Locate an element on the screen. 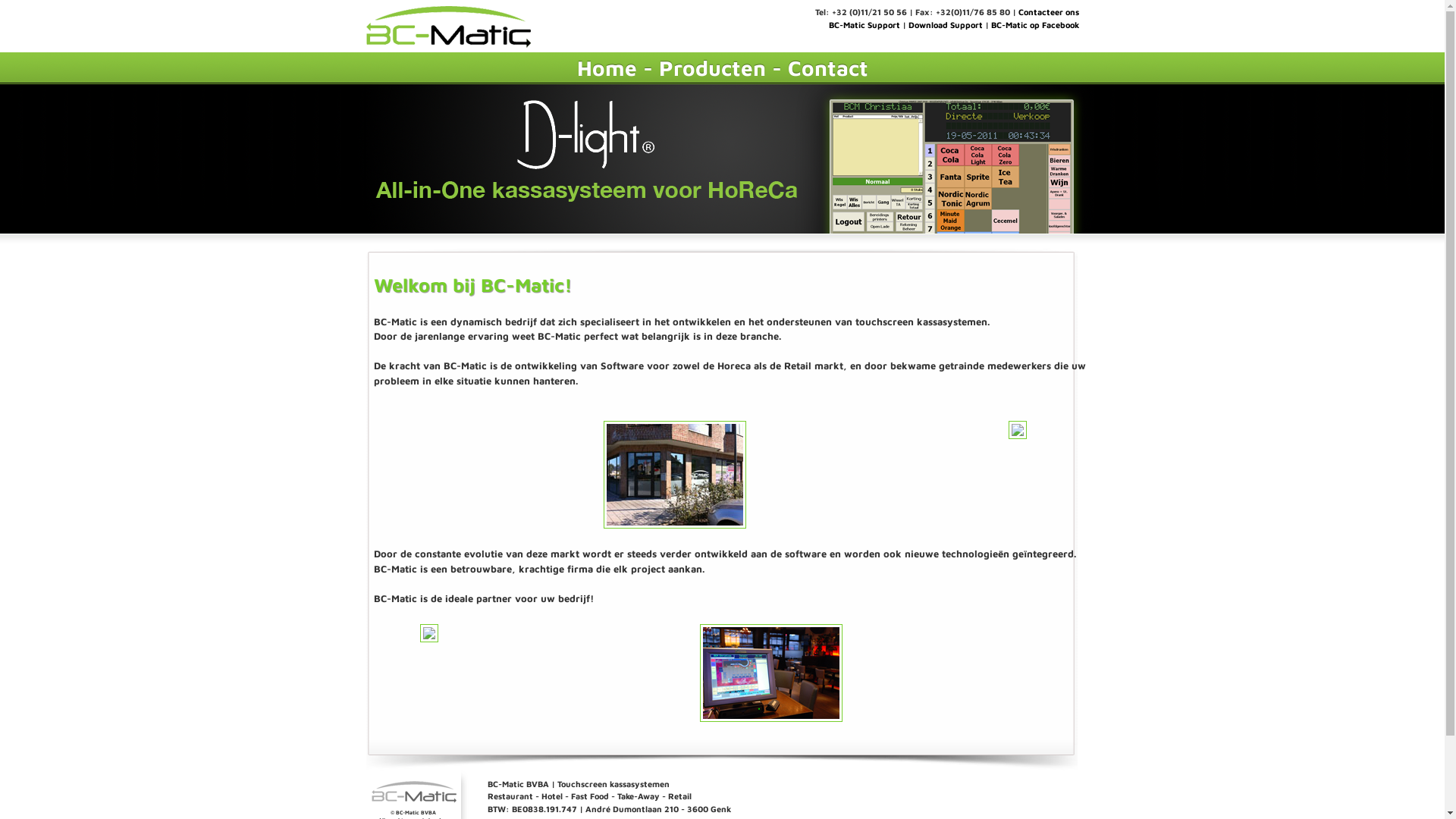 The image size is (1456, 819). 'BC-Matic op Facebook' is located at coordinates (1033, 24).